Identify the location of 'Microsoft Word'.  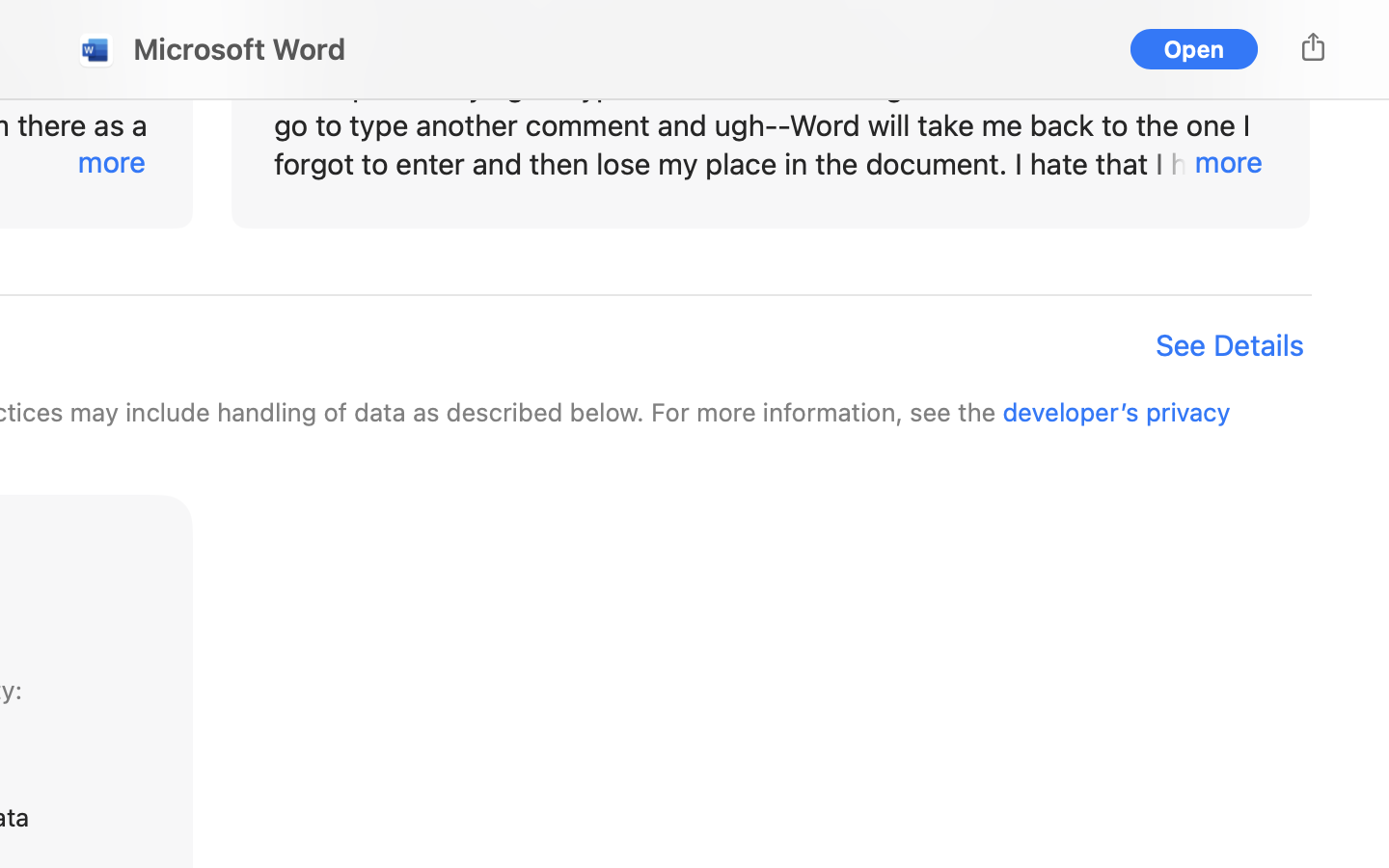
(238, 48).